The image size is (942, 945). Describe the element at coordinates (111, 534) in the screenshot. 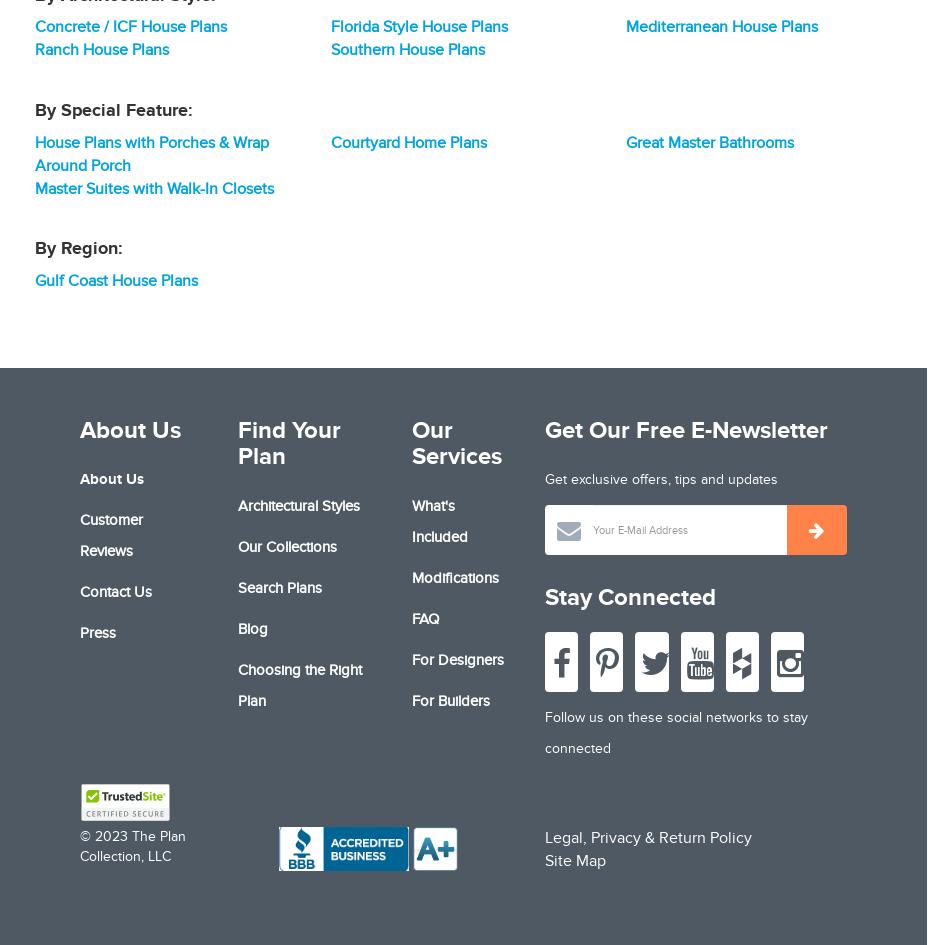

I see `'Customer Reviews'` at that location.